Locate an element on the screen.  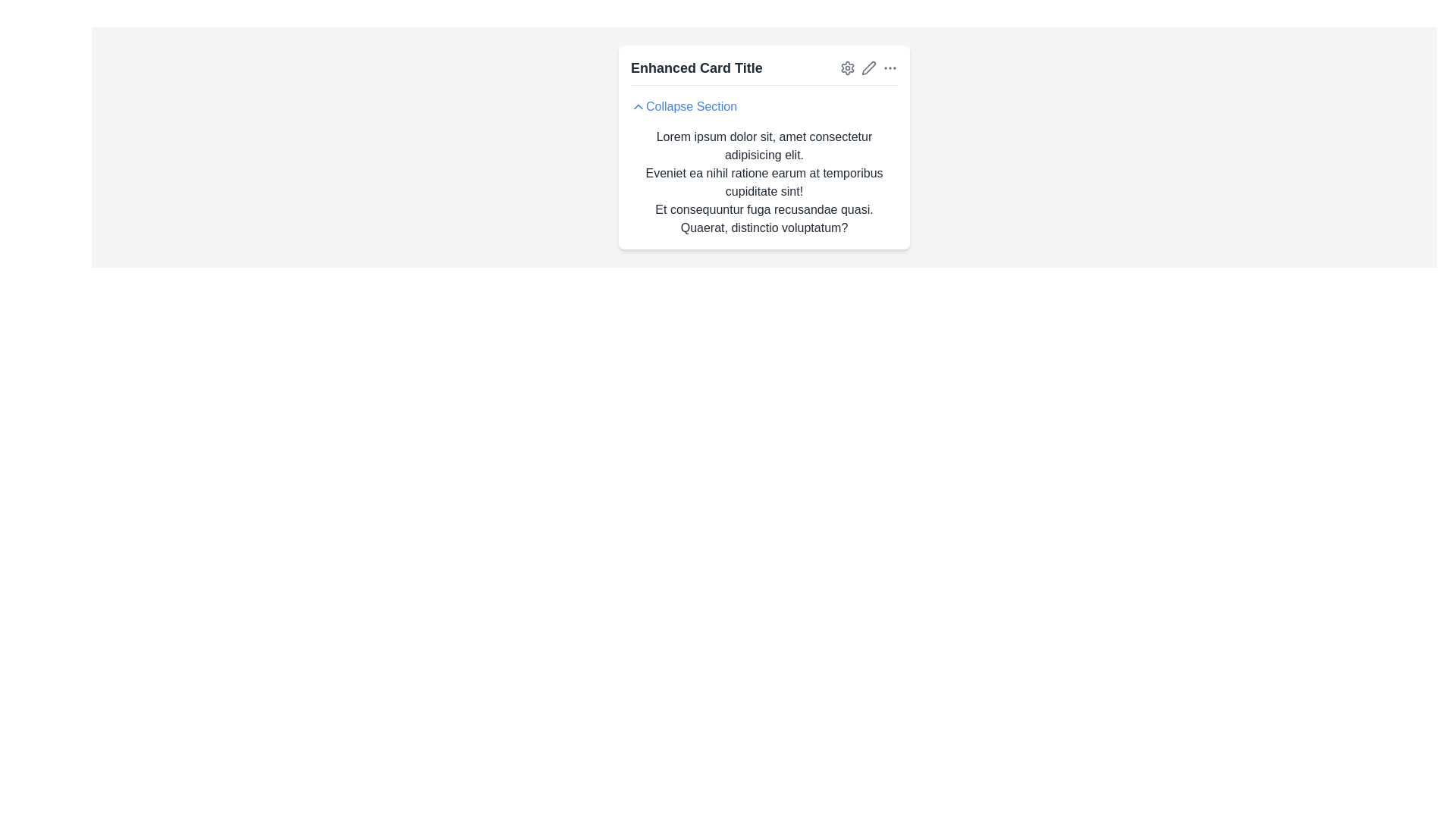
the text element containing the sentence 'Et consequuntur fuga recusandae quasi. Quaerat, distinctio voluptatum?' located at the bottom of the card labeled 'Enhanced Card Title' is located at coordinates (764, 219).